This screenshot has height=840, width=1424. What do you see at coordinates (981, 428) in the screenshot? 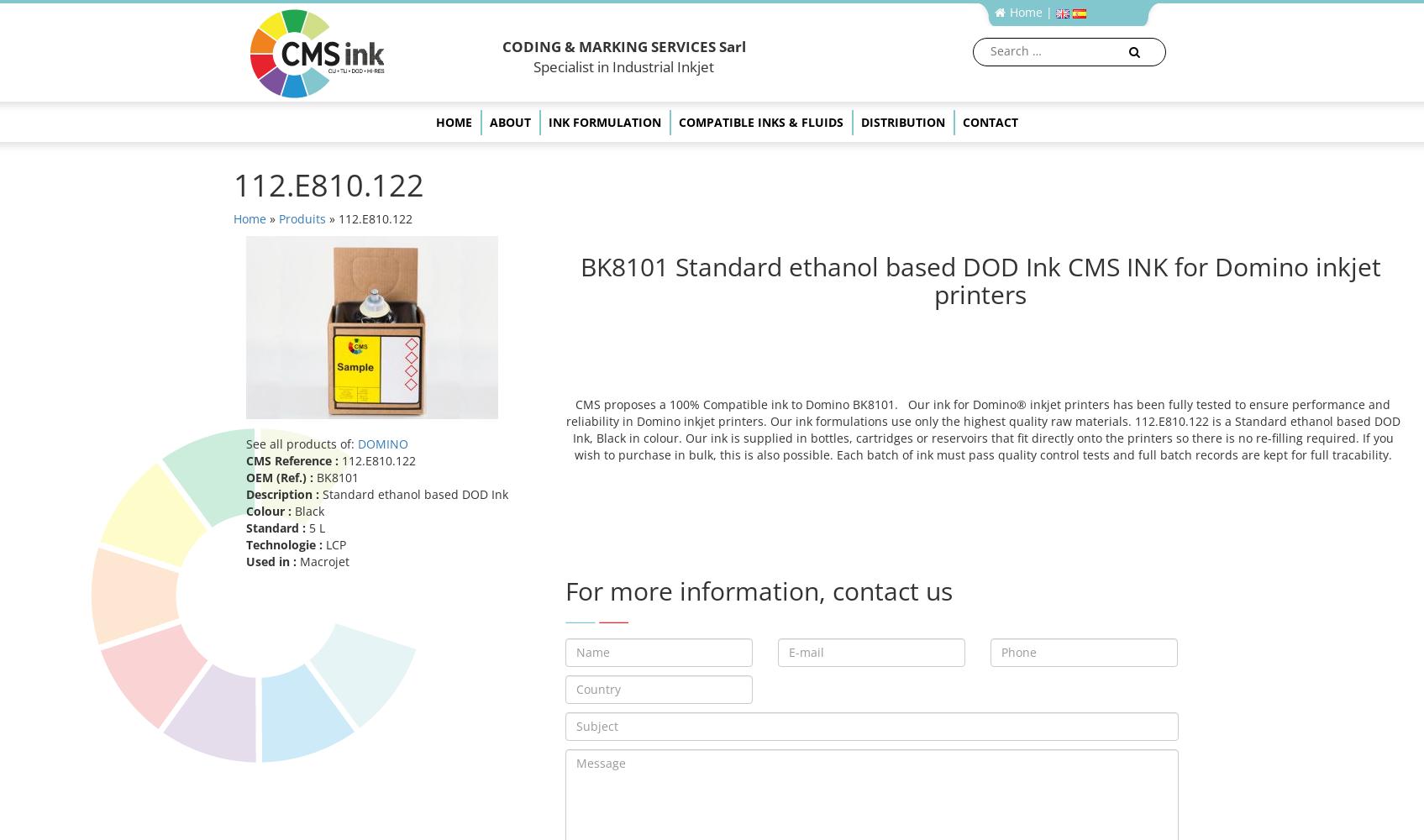
I see `'CMS proposes a 100% Compatible ink to Domino BK8101.   Our ink for Domino® inkjet printers has been fully tested to ensure performance and reliability in Domino inkjet printers. Our ink formulations use only the highest quality raw materials. 112.E810.122 is a Standard ethanol based DOD Ink, Black in colour. Our ink is supplied in bottles, cartridges or reservoirs that fit directly onto the printers so there is no re-filling required. If you wish to purchase in bulk, this is also possible. Each batch of ink must pass quality control tests and full batch records are kept for full tracability.'` at bounding box center [981, 428].